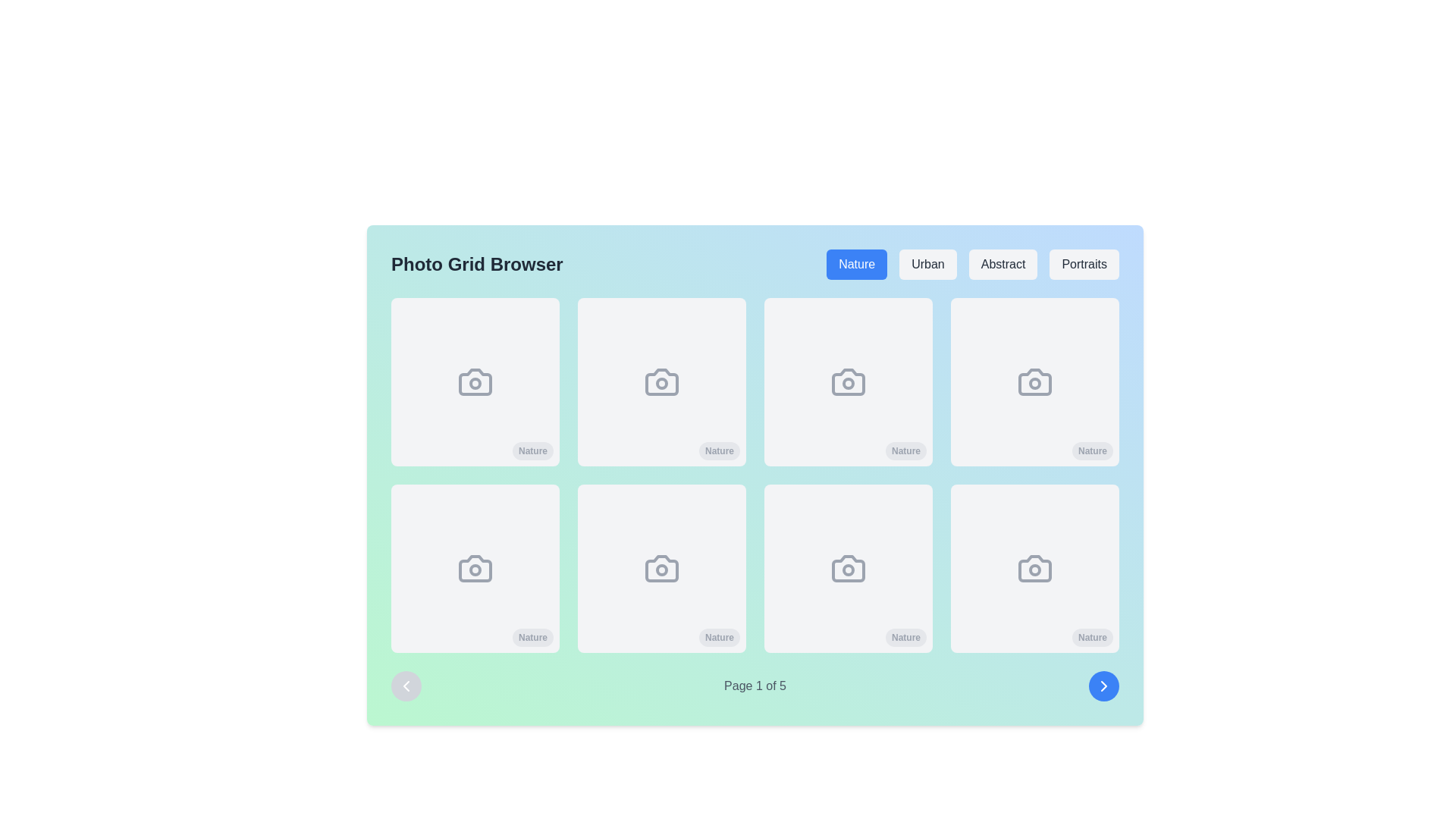 This screenshot has width=1456, height=819. I want to click on the Card element that features a gray camera icon and the text 'Nature' displayed at the bottom right on a small gray rounded badge, so click(1034, 381).